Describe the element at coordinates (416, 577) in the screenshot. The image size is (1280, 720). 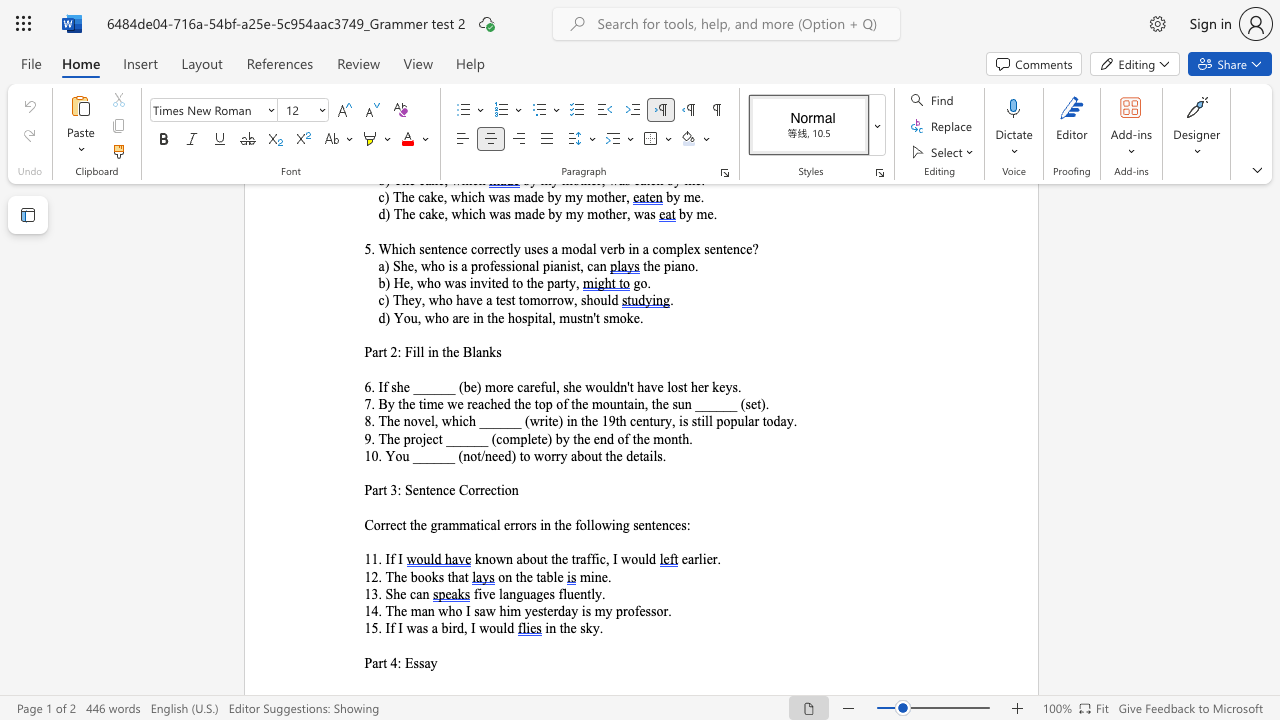
I see `the subset text "ook" within the text "12. The books that"` at that location.